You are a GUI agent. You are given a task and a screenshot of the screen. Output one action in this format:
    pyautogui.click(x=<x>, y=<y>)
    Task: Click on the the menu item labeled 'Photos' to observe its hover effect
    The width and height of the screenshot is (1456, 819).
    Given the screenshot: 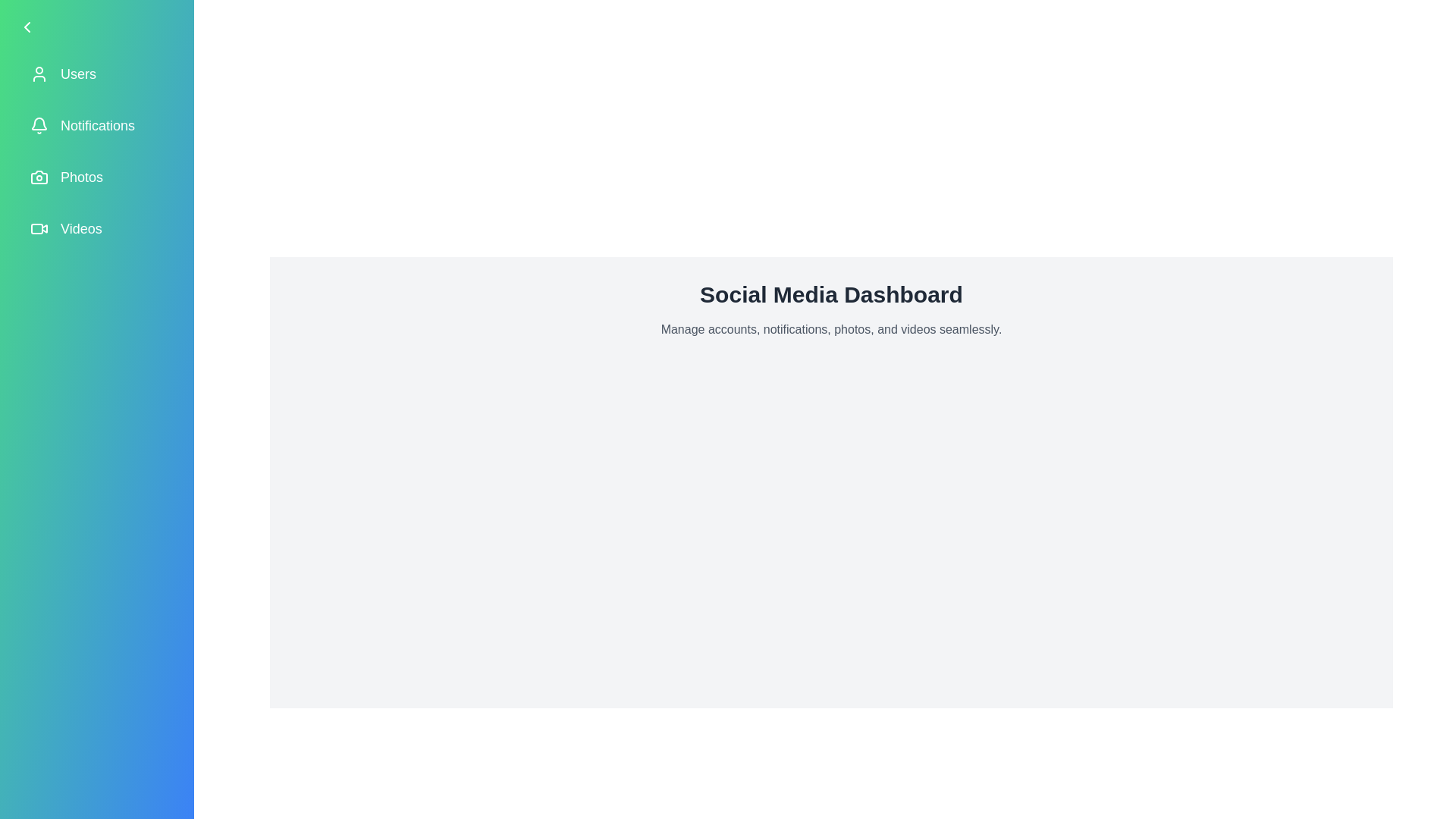 What is the action you would take?
    pyautogui.click(x=96, y=177)
    